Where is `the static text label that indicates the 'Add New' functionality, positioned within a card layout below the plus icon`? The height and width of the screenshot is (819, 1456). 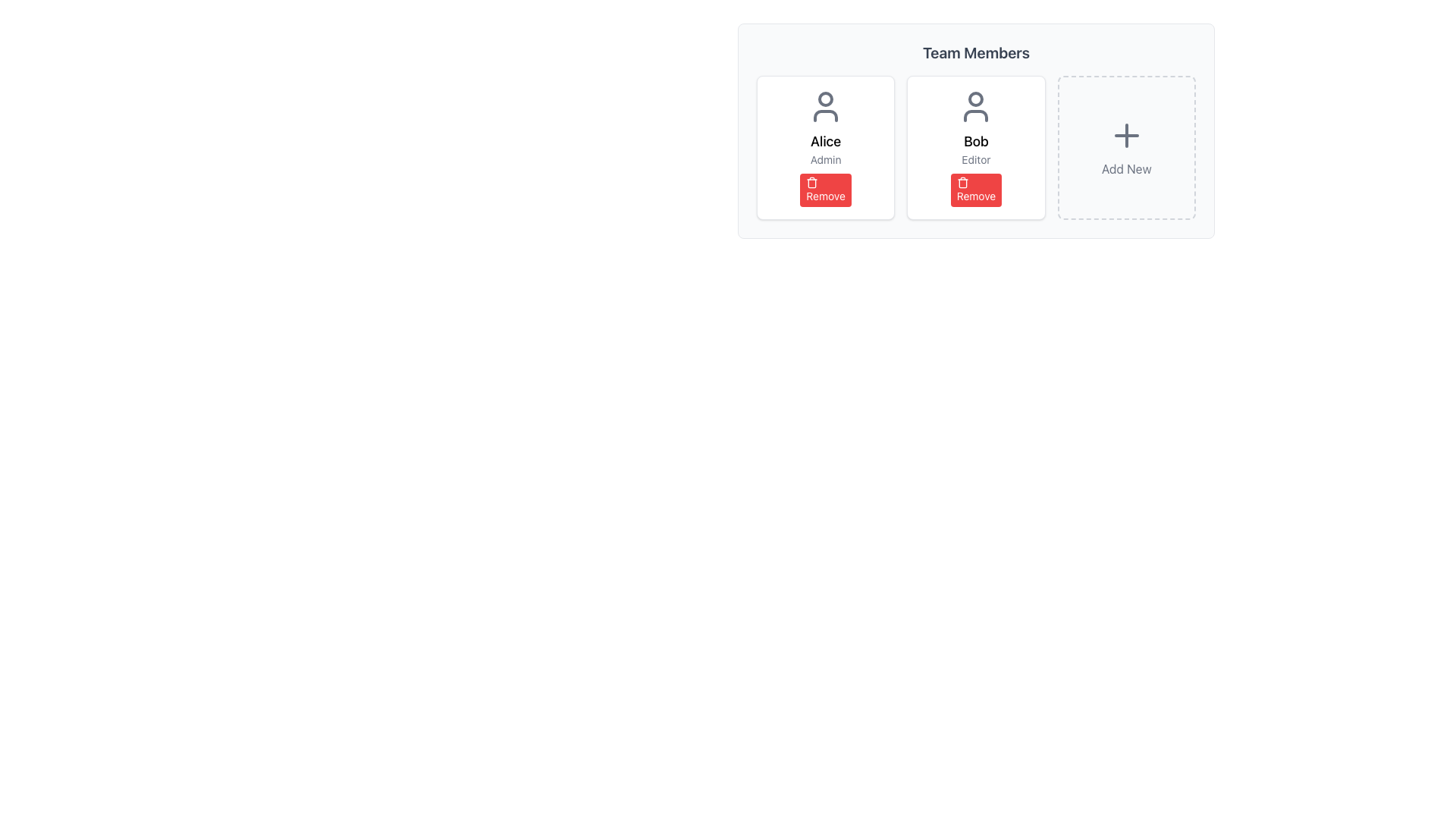 the static text label that indicates the 'Add New' functionality, positioned within a card layout below the plus icon is located at coordinates (1126, 169).